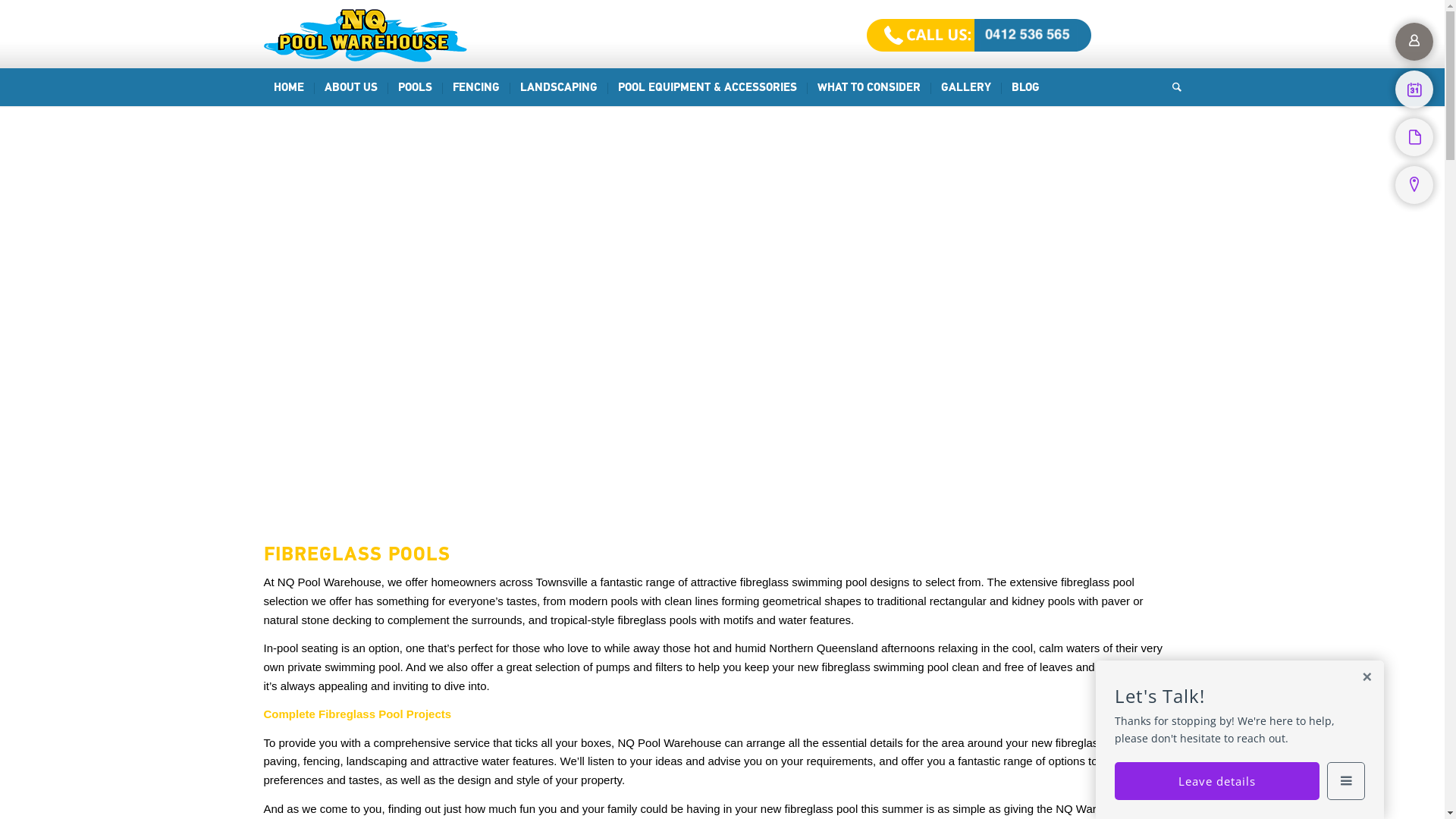 This screenshot has height=819, width=1456. I want to click on 'POOL EQUIPMENT & ACCESSORIES', so click(705, 87).